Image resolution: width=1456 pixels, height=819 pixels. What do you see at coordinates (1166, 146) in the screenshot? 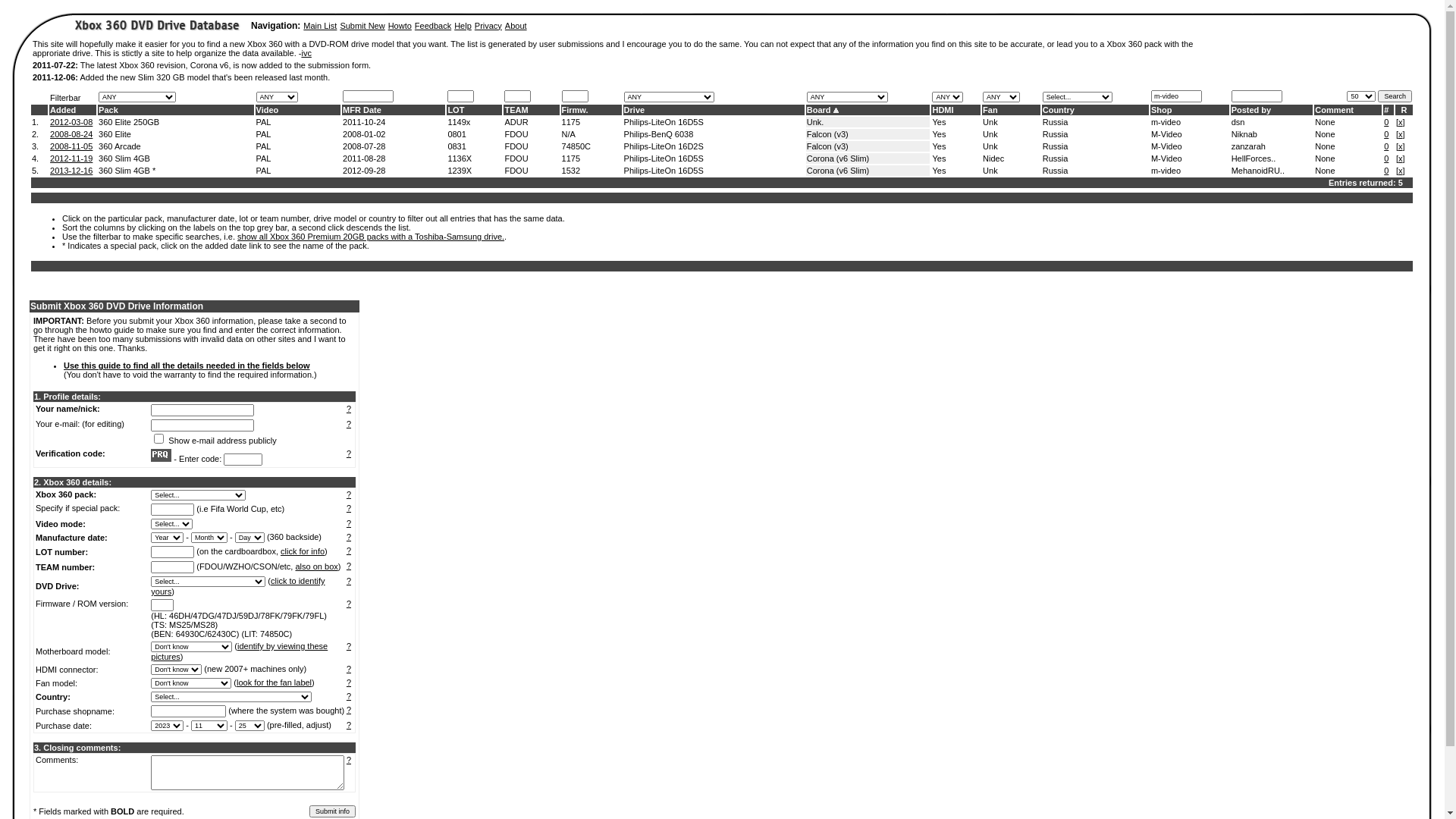
I see `'M-Video'` at bounding box center [1166, 146].